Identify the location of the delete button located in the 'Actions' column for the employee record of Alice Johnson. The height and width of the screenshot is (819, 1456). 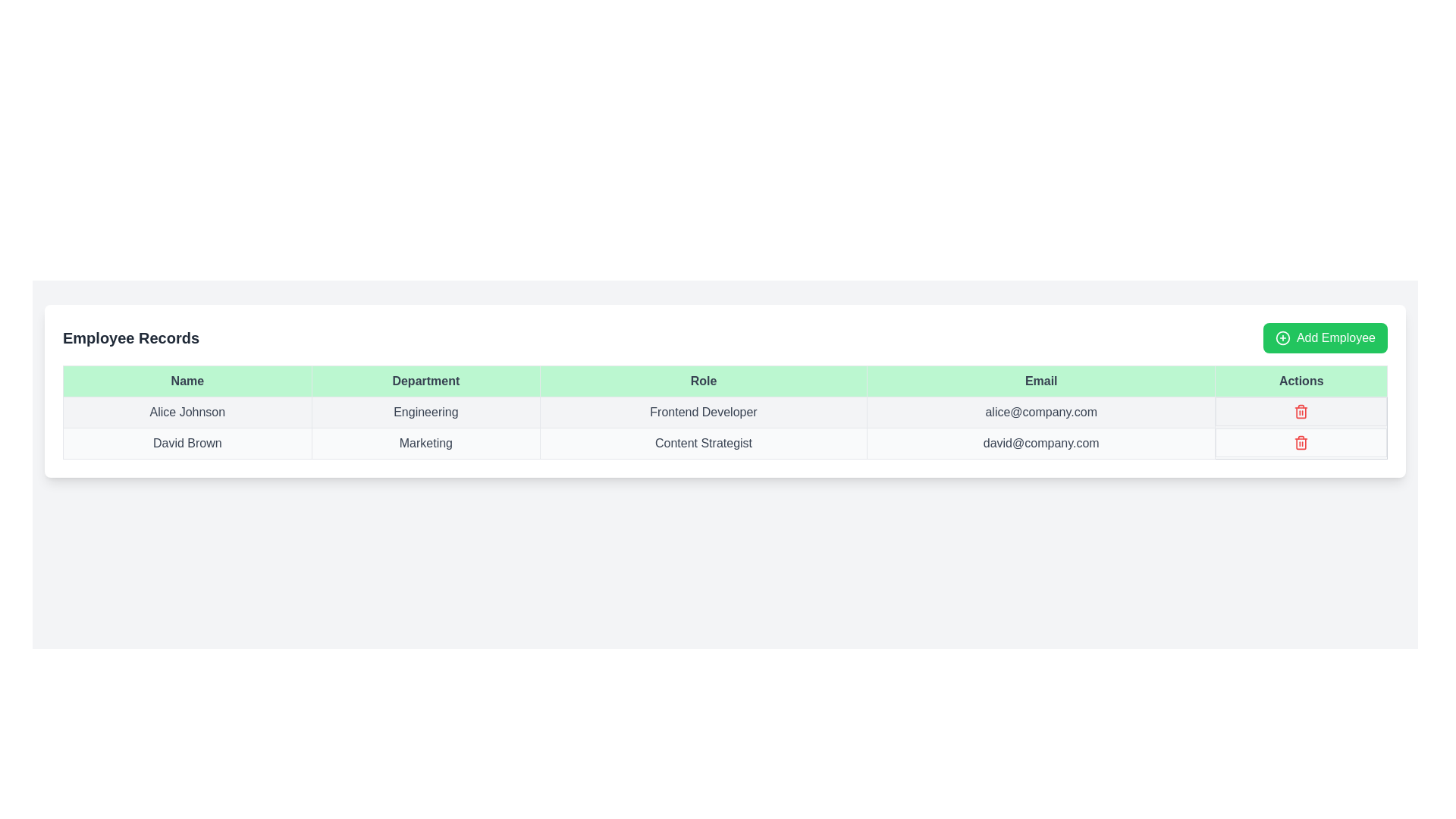
(1301, 412).